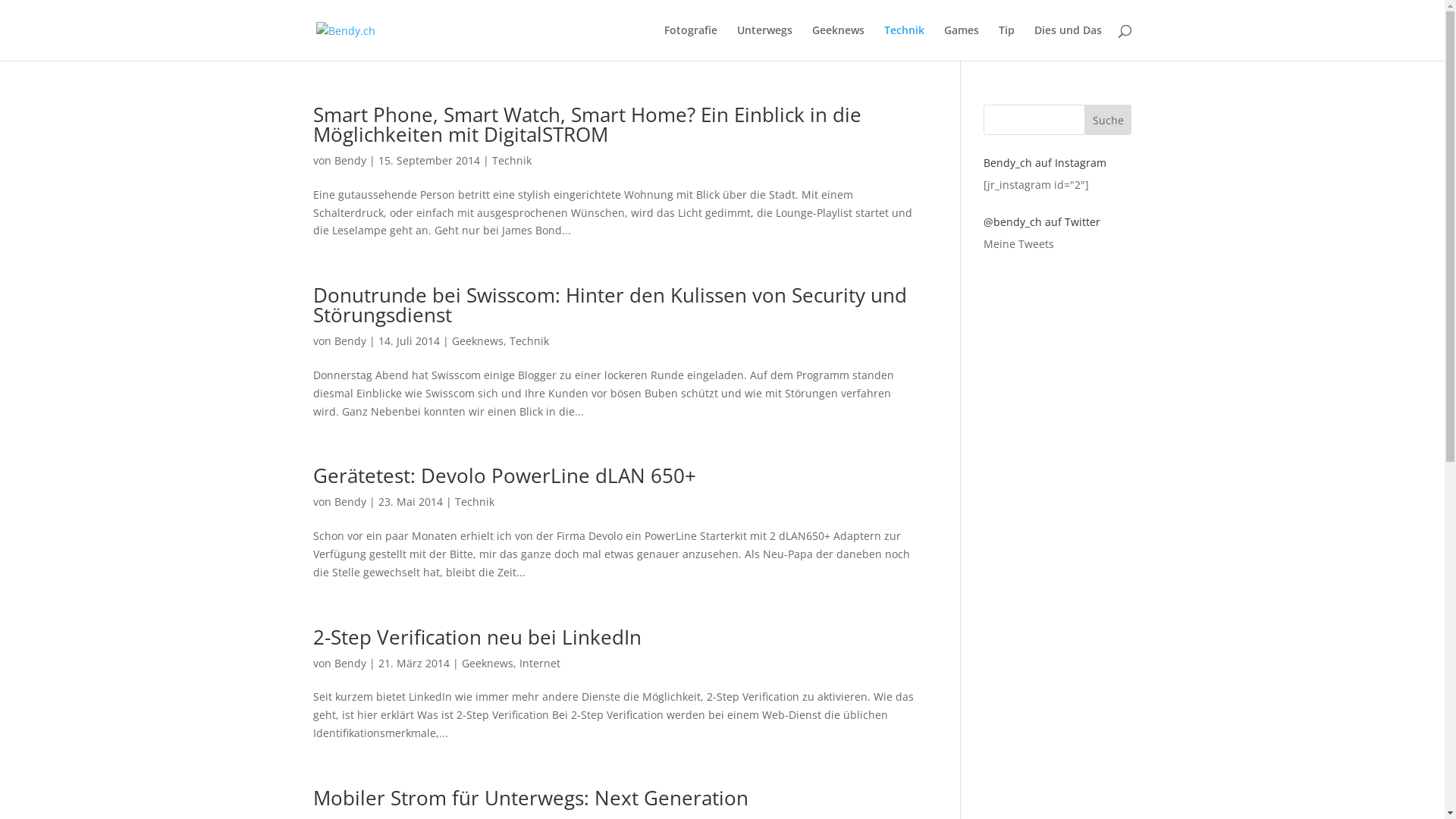 This screenshot has height=819, width=1456. What do you see at coordinates (348, 340) in the screenshot?
I see `'Bendy'` at bounding box center [348, 340].